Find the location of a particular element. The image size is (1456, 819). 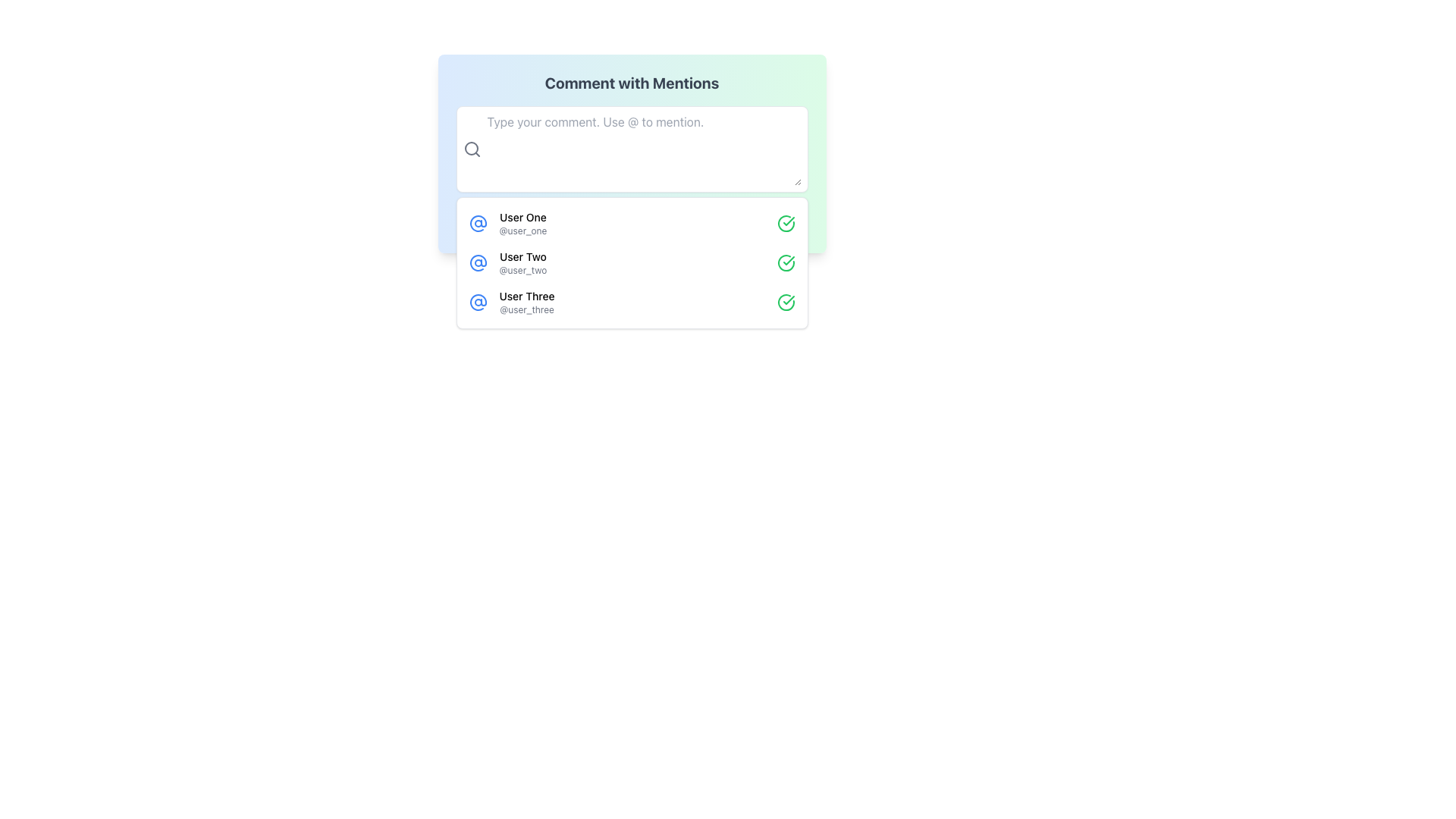

the username label located directly beneath 'User One', which is the topmost entry in the user suggestions list is located at coordinates (523, 231).